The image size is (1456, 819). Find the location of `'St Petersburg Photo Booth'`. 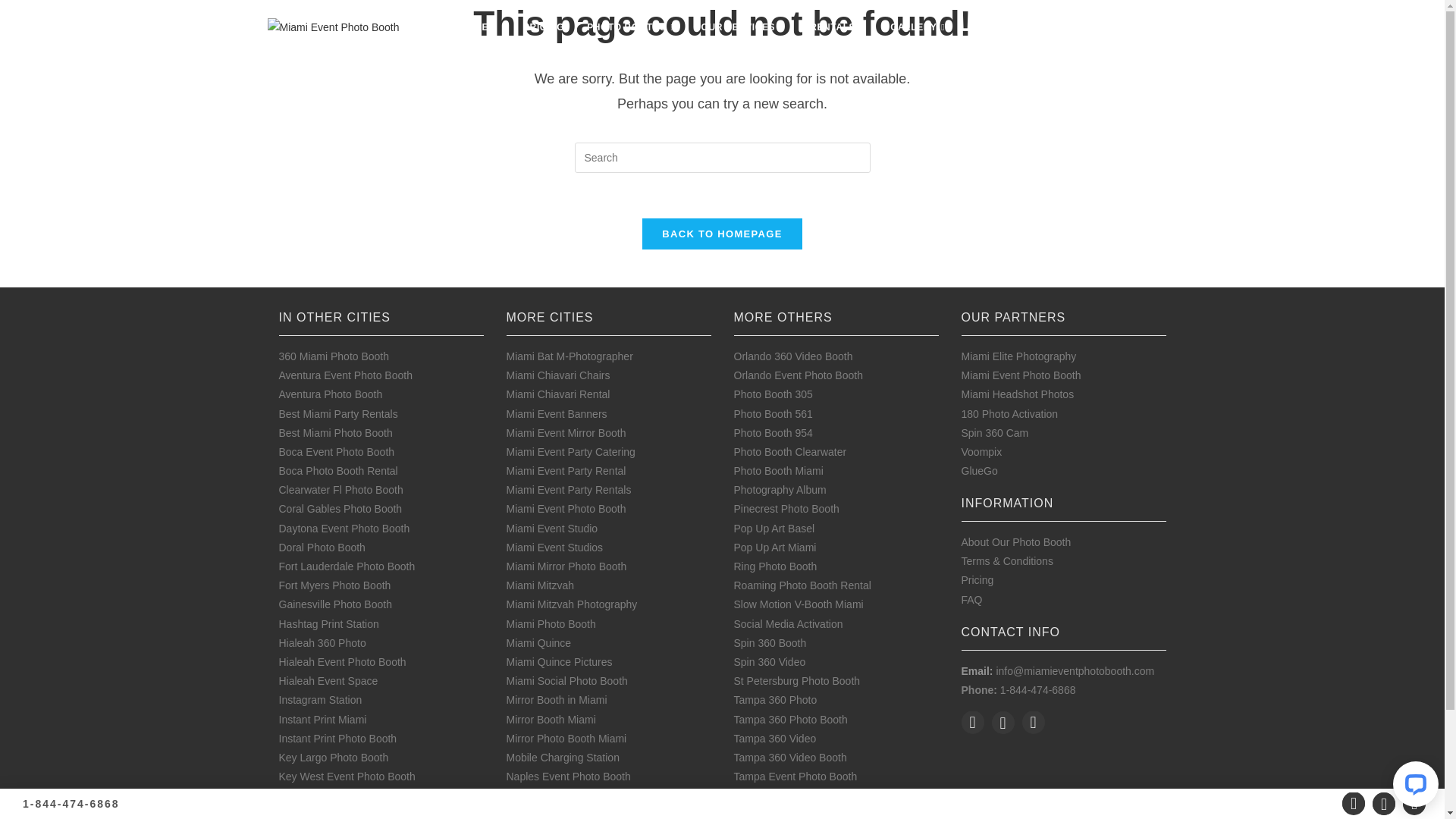

'St Petersburg Photo Booth' is located at coordinates (796, 680).